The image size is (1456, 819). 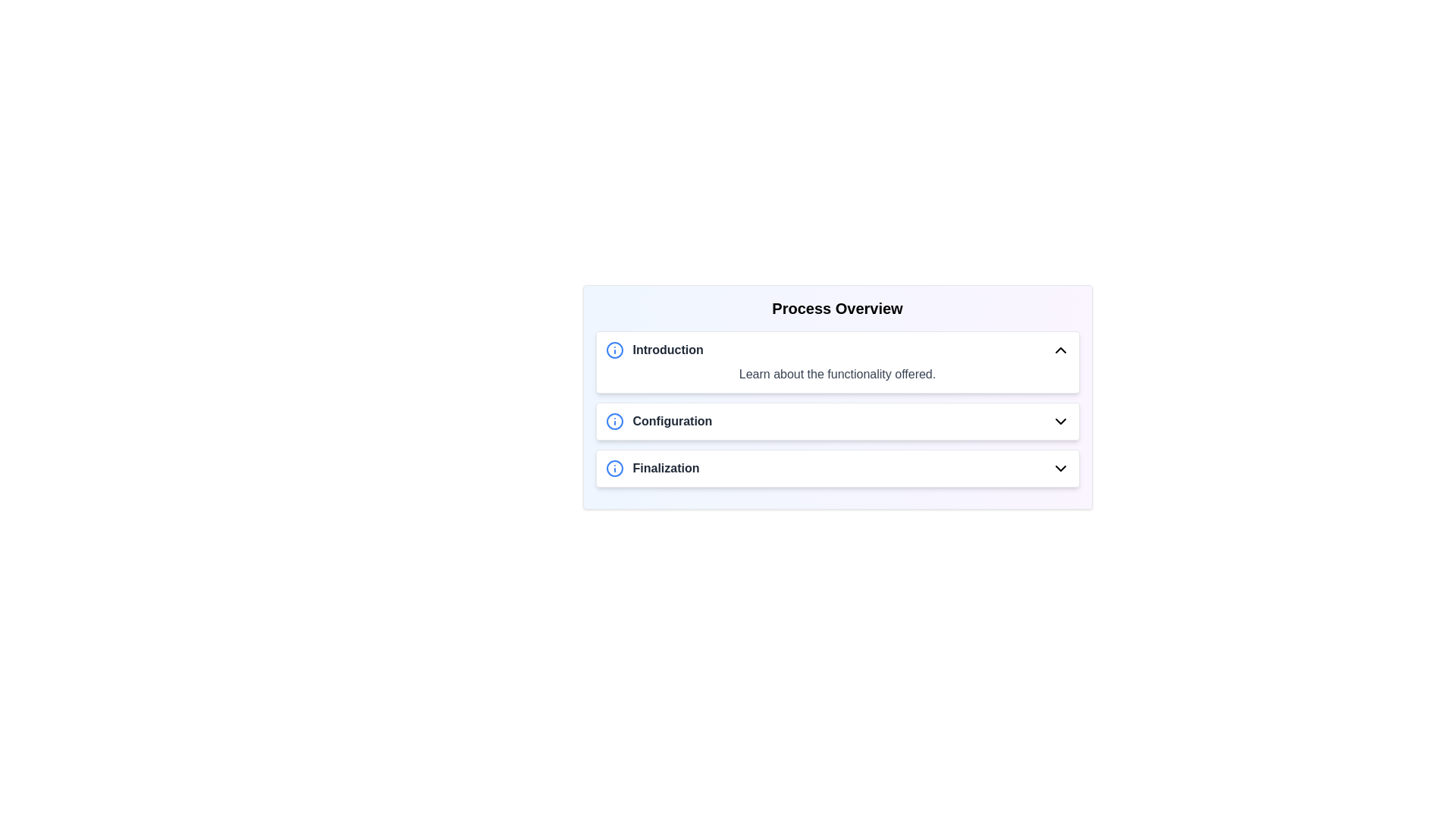 I want to click on the circular icon with a blue stroke and a small blue dot at its center, located, so click(x=614, y=421).